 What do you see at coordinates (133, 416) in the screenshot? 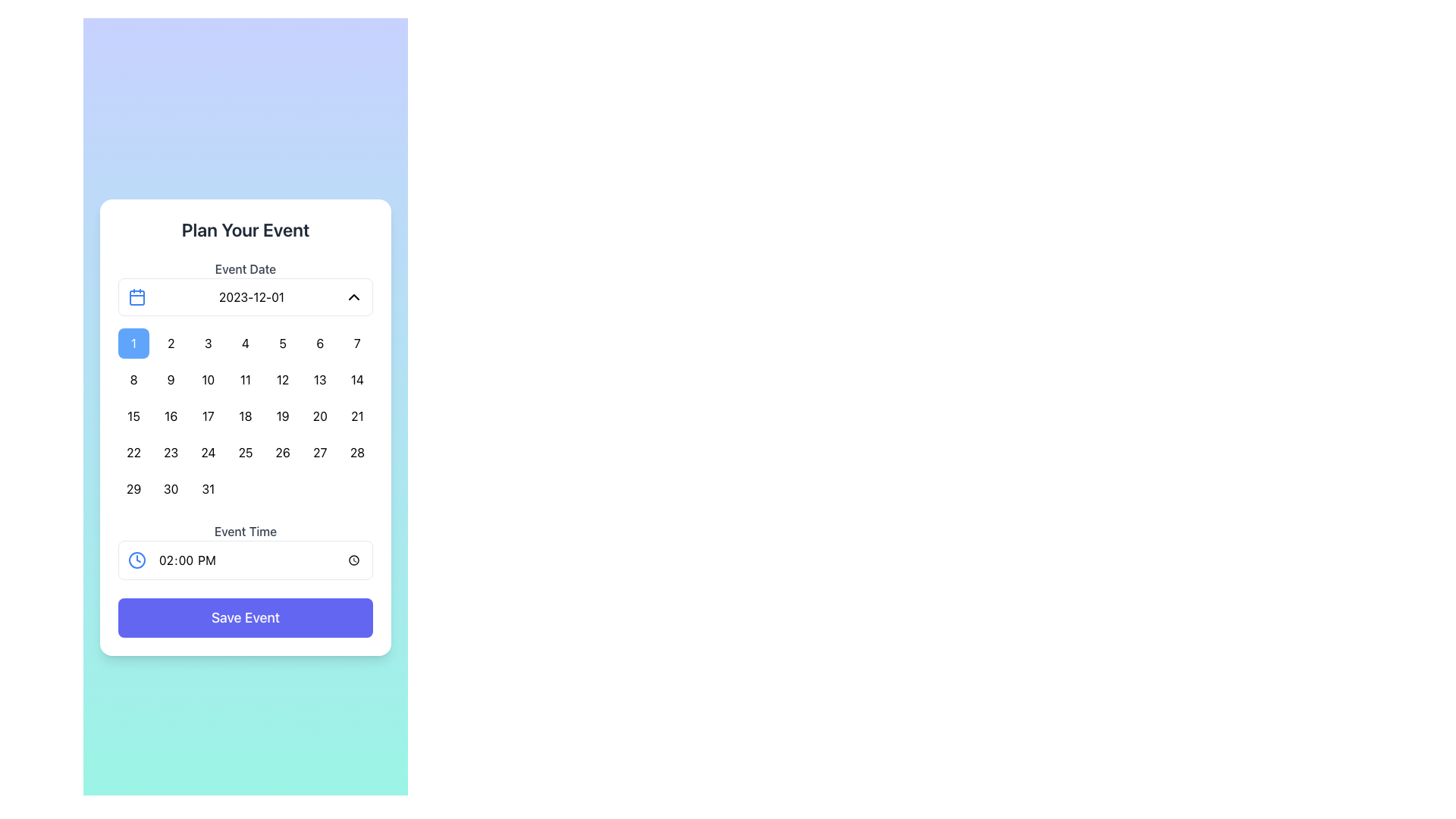
I see `the calendar button representing a day in the third row, first column` at bounding box center [133, 416].